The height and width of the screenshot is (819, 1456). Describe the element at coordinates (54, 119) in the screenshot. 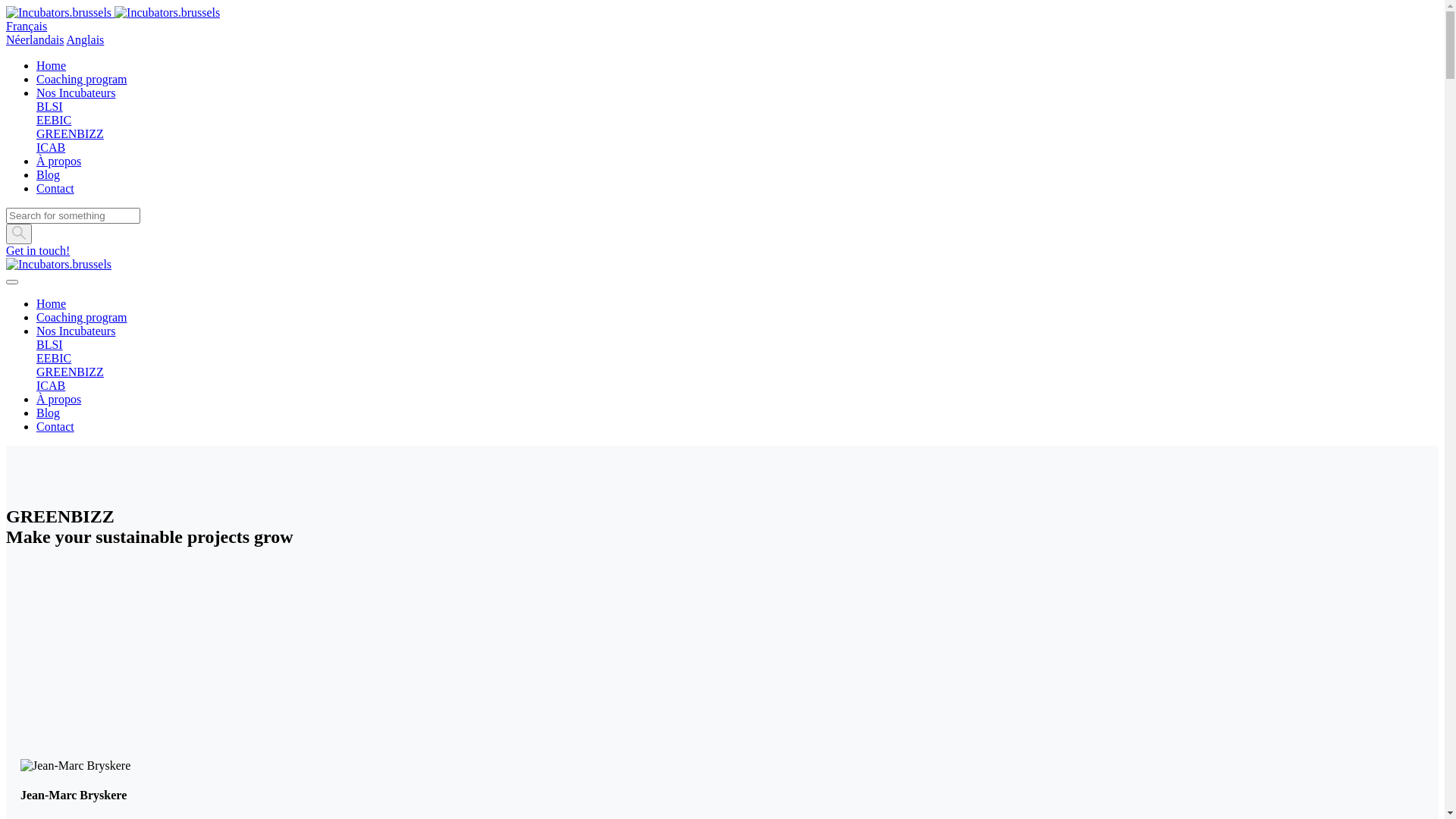

I see `'EEBIC'` at that location.